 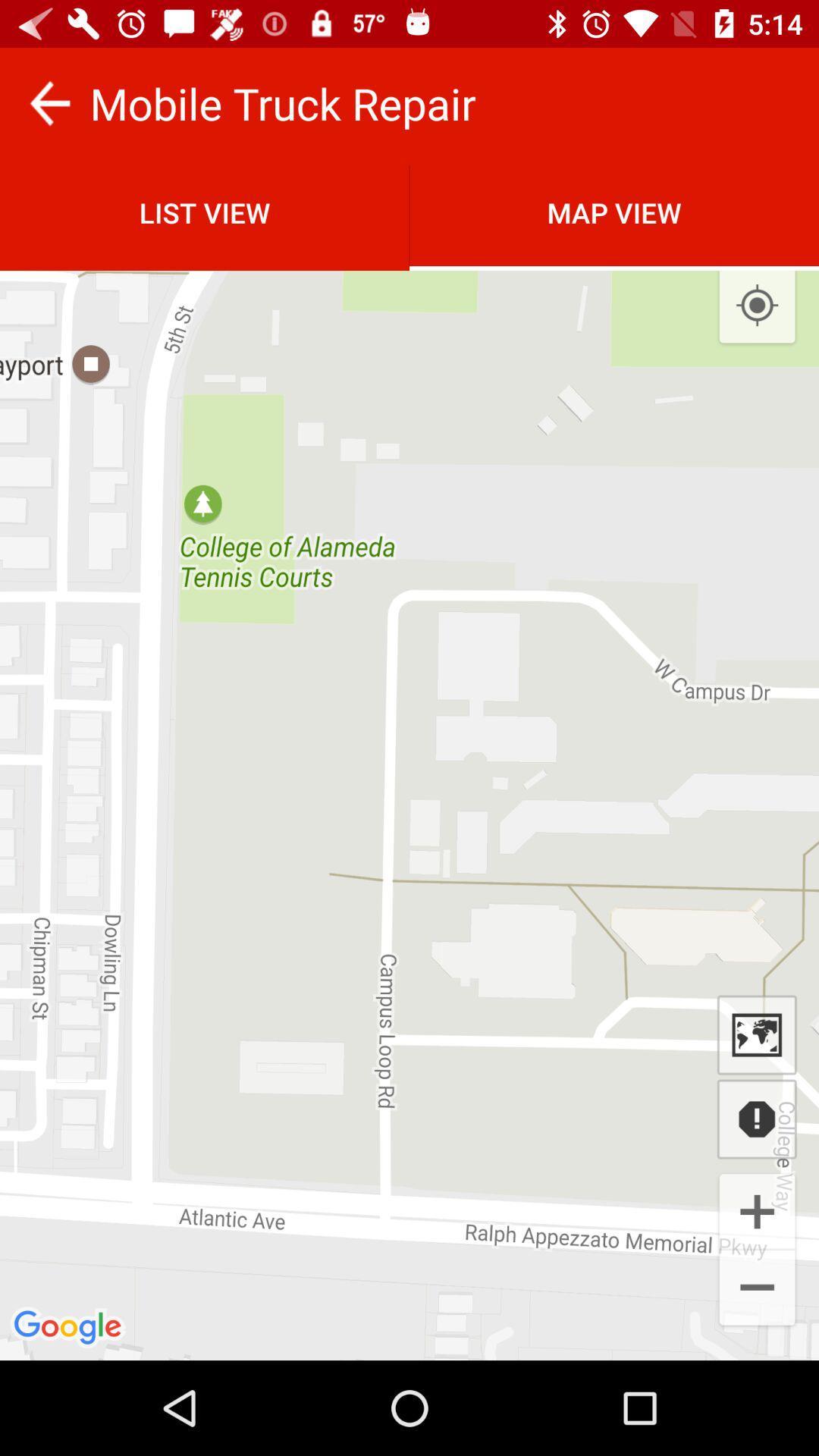 I want to click on the arrow_backward icon, so click(x=49, y=102).